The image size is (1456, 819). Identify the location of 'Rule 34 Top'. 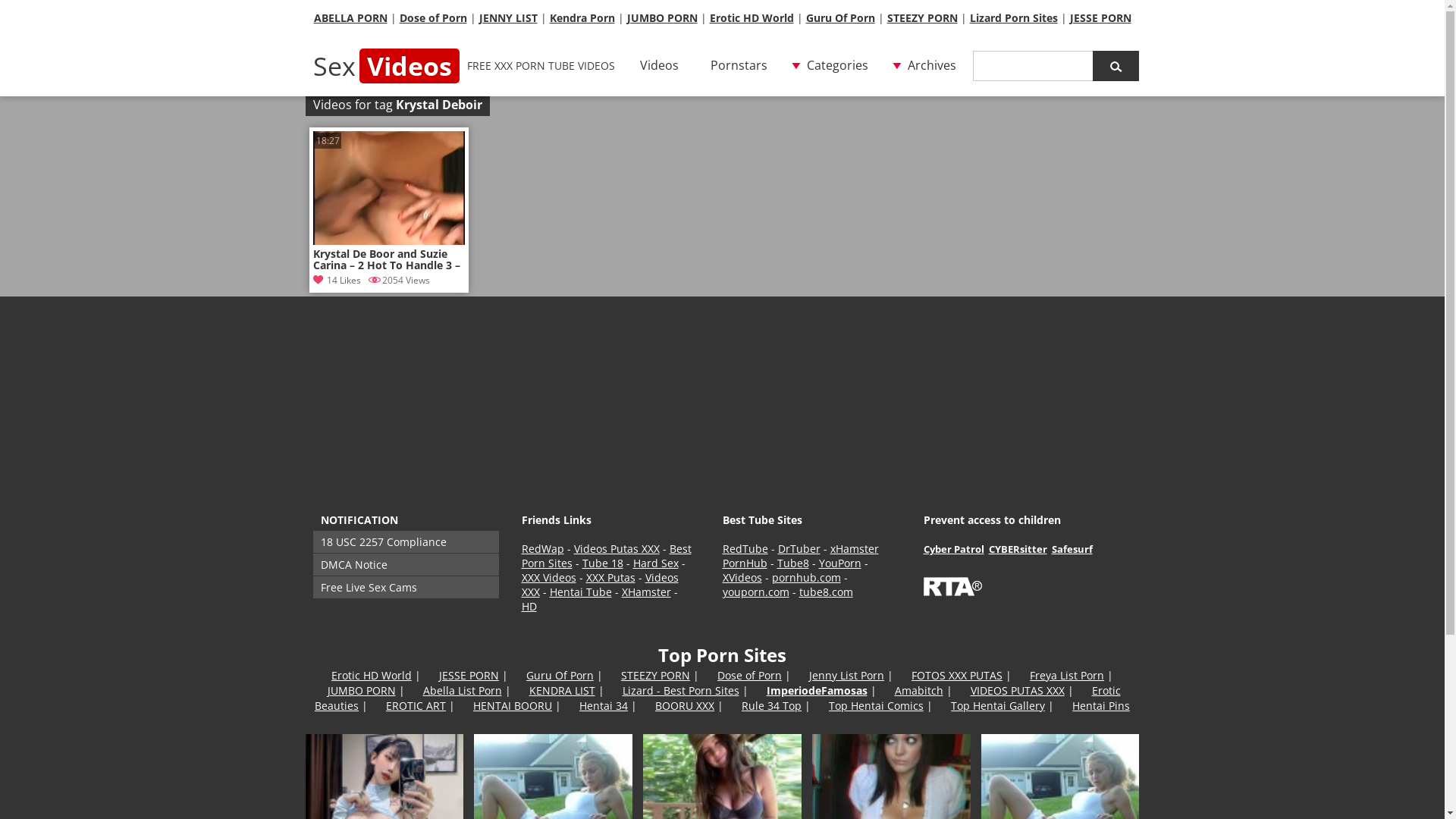
(771, 705).